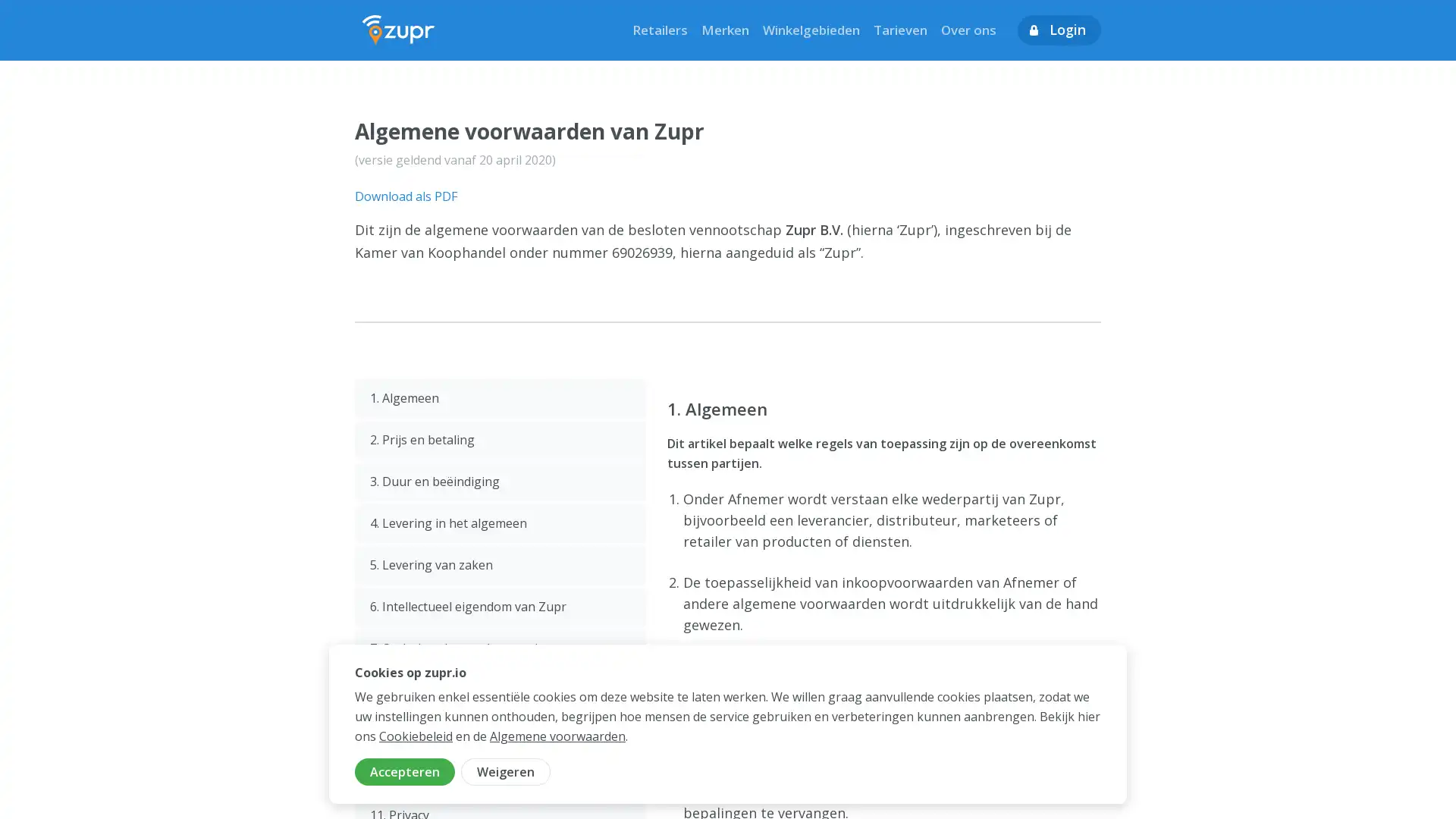 This screenshot has height=819, width=1456. Describe the element at coordinates (506, 772) in the screenshot. I see `Decline cookies` at that location.